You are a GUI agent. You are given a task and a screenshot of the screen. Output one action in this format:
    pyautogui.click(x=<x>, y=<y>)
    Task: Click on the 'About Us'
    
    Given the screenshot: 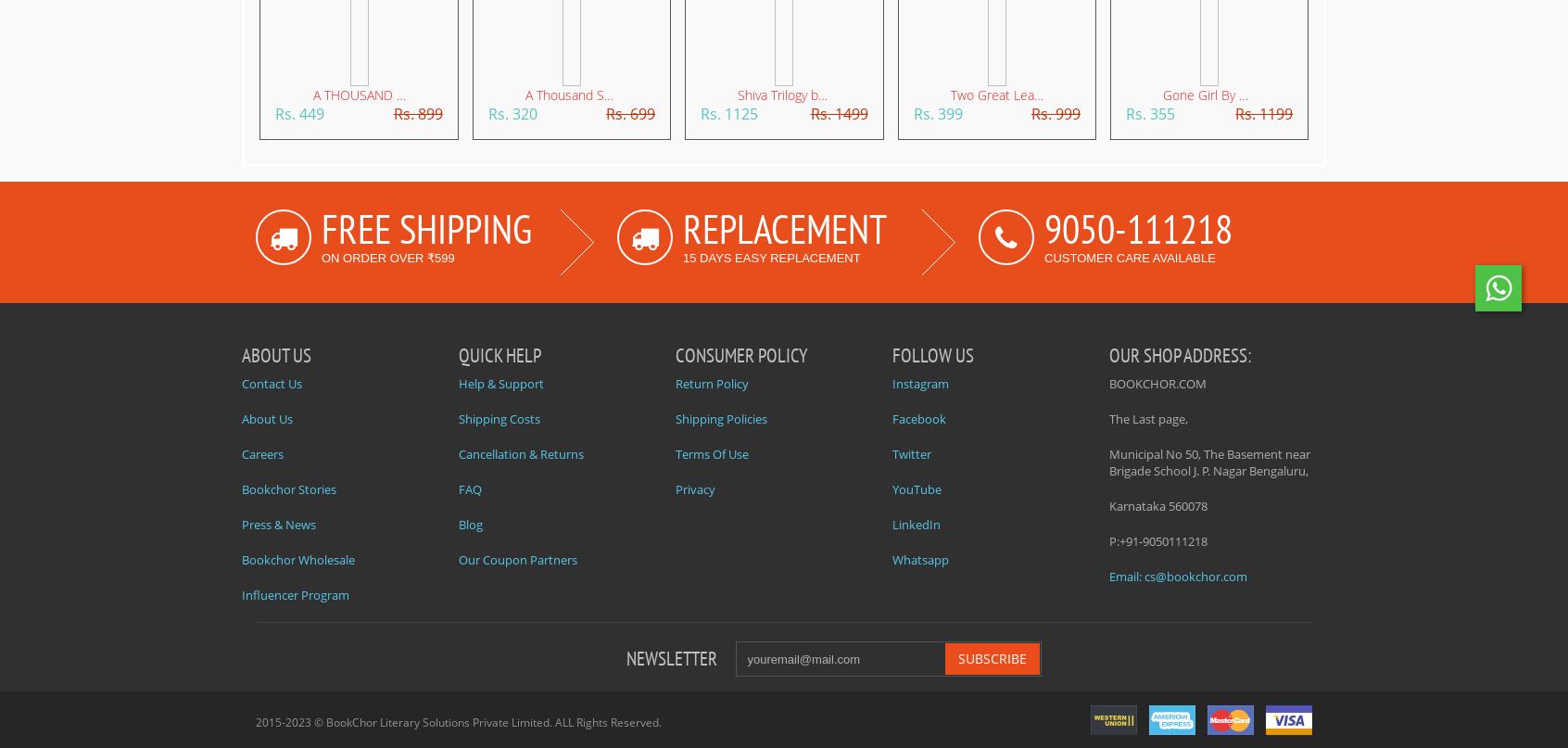 What is the action you would take?
    pyautogui.click(x=242, y=418)
    